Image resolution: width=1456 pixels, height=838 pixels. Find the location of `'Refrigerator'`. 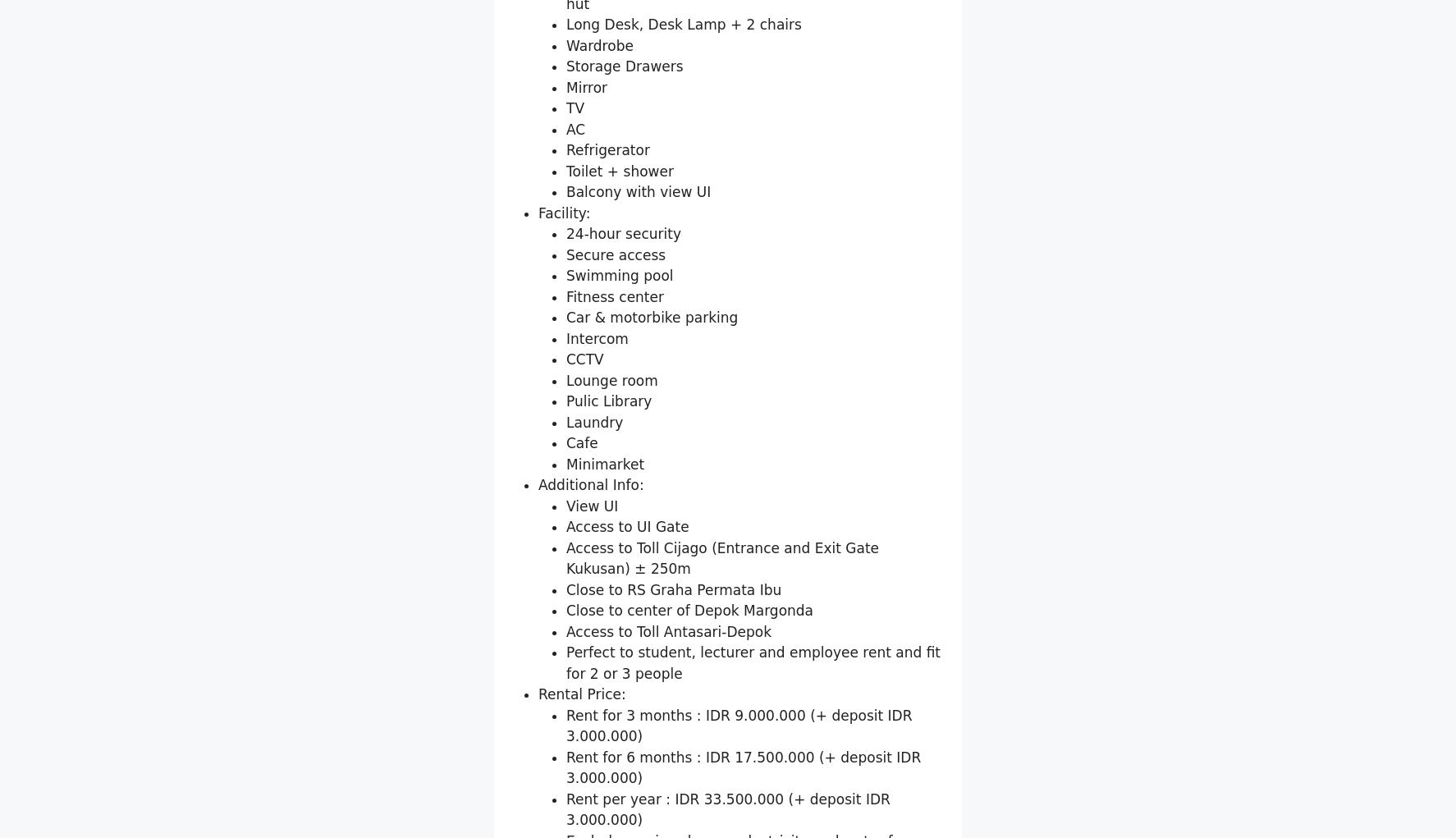

'Refrigerator' is located at coordinates (607, 340).